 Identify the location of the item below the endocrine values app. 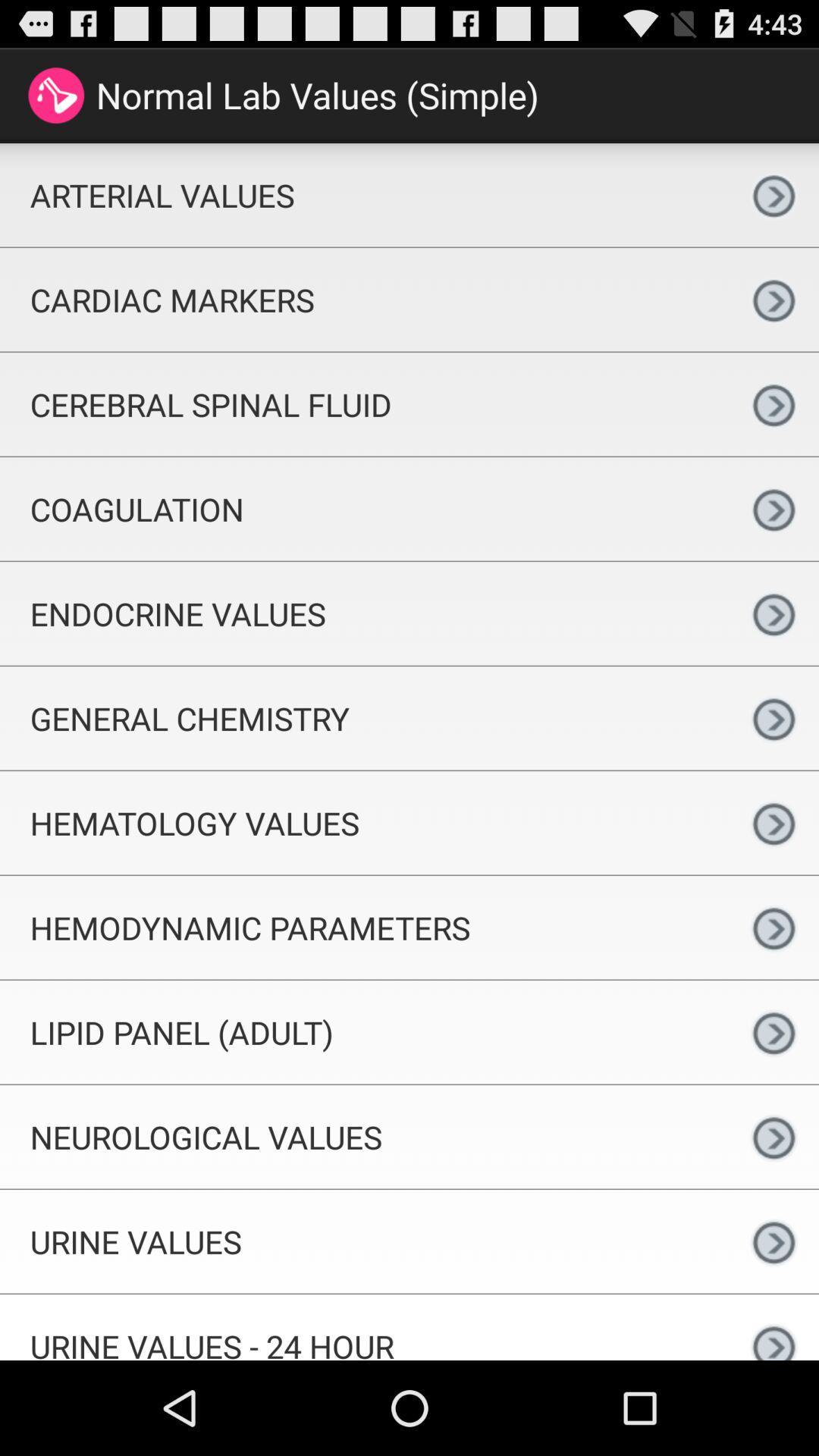
(364, 717).